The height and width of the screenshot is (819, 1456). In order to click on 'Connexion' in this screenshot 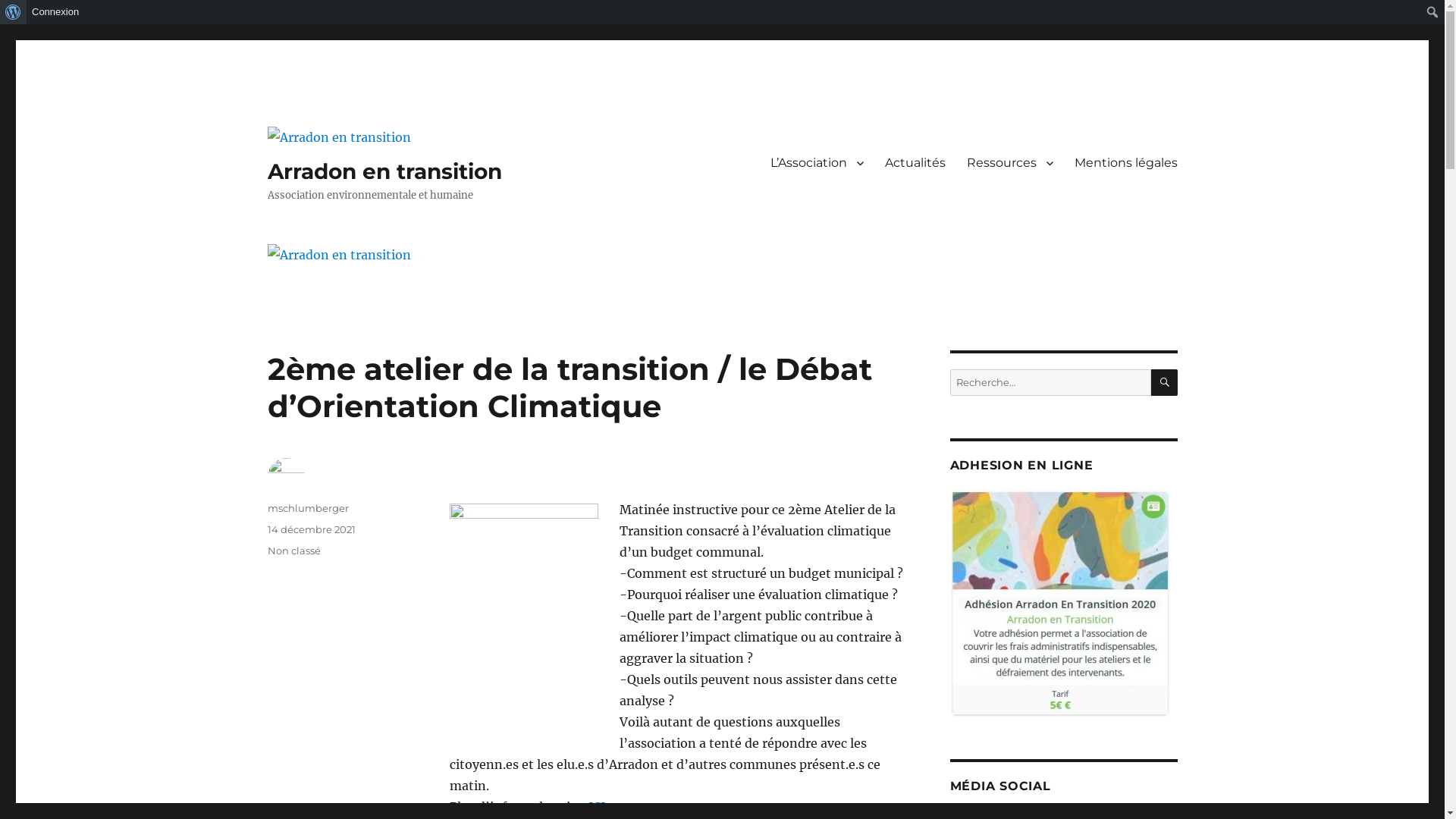, I will do `click(26, 11)`.